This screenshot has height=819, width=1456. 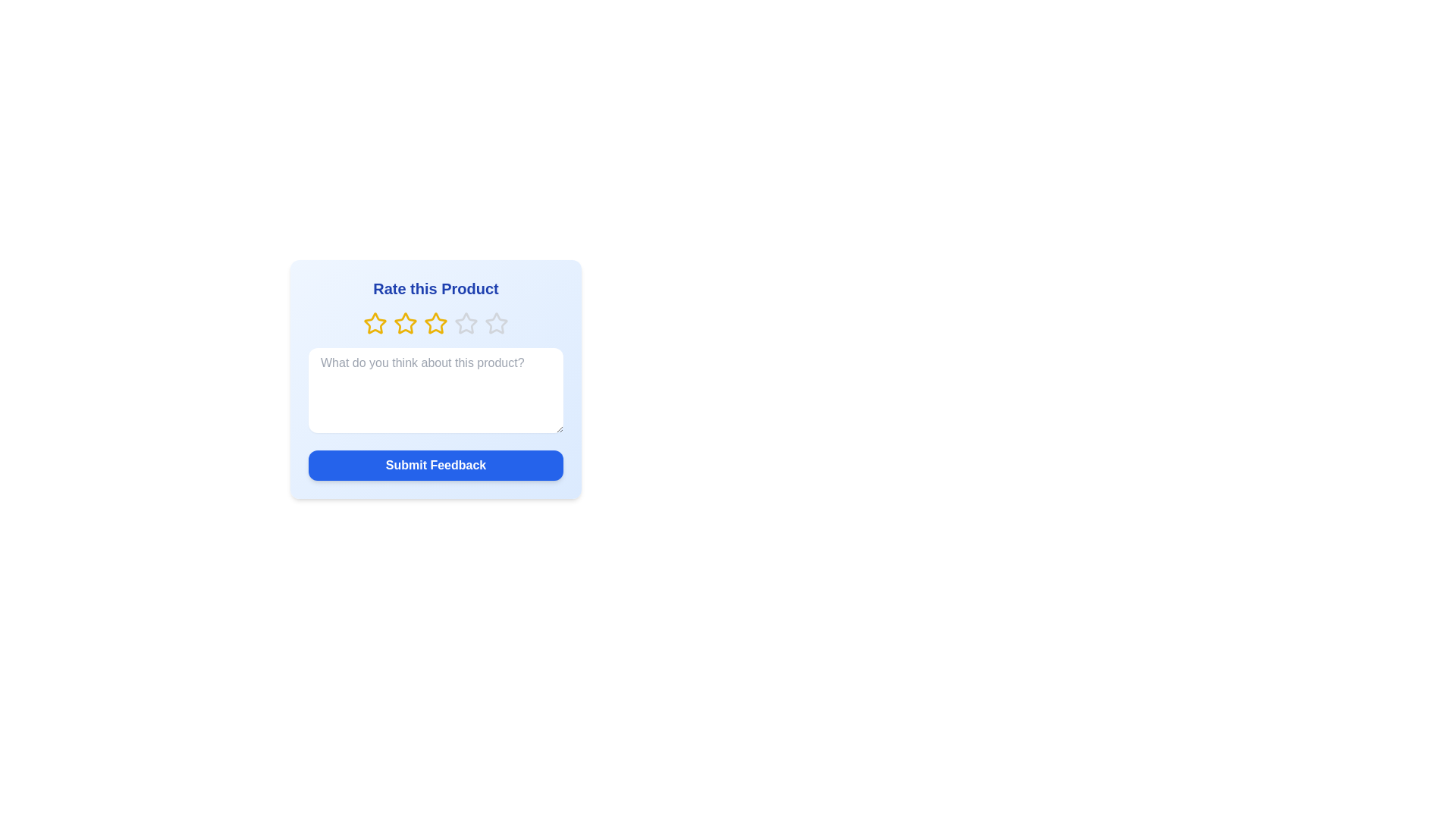 I want to click on the first star-shaped rating icon in the row below the 'Rate this Product' header to provide a rating, so click(x=375, y=322).